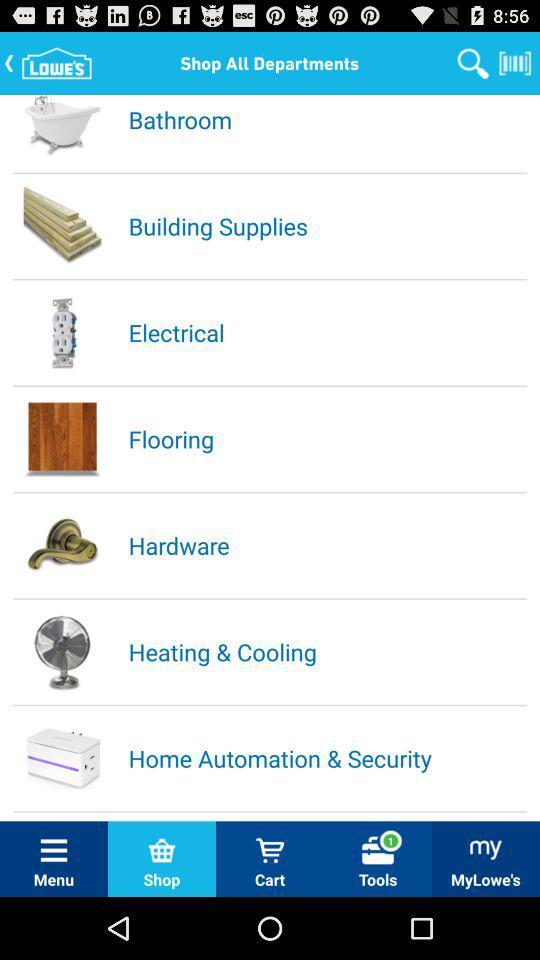 This screenshot has height=960, width=540. I want to click on the icon below the building supplies, so click(326, 332).